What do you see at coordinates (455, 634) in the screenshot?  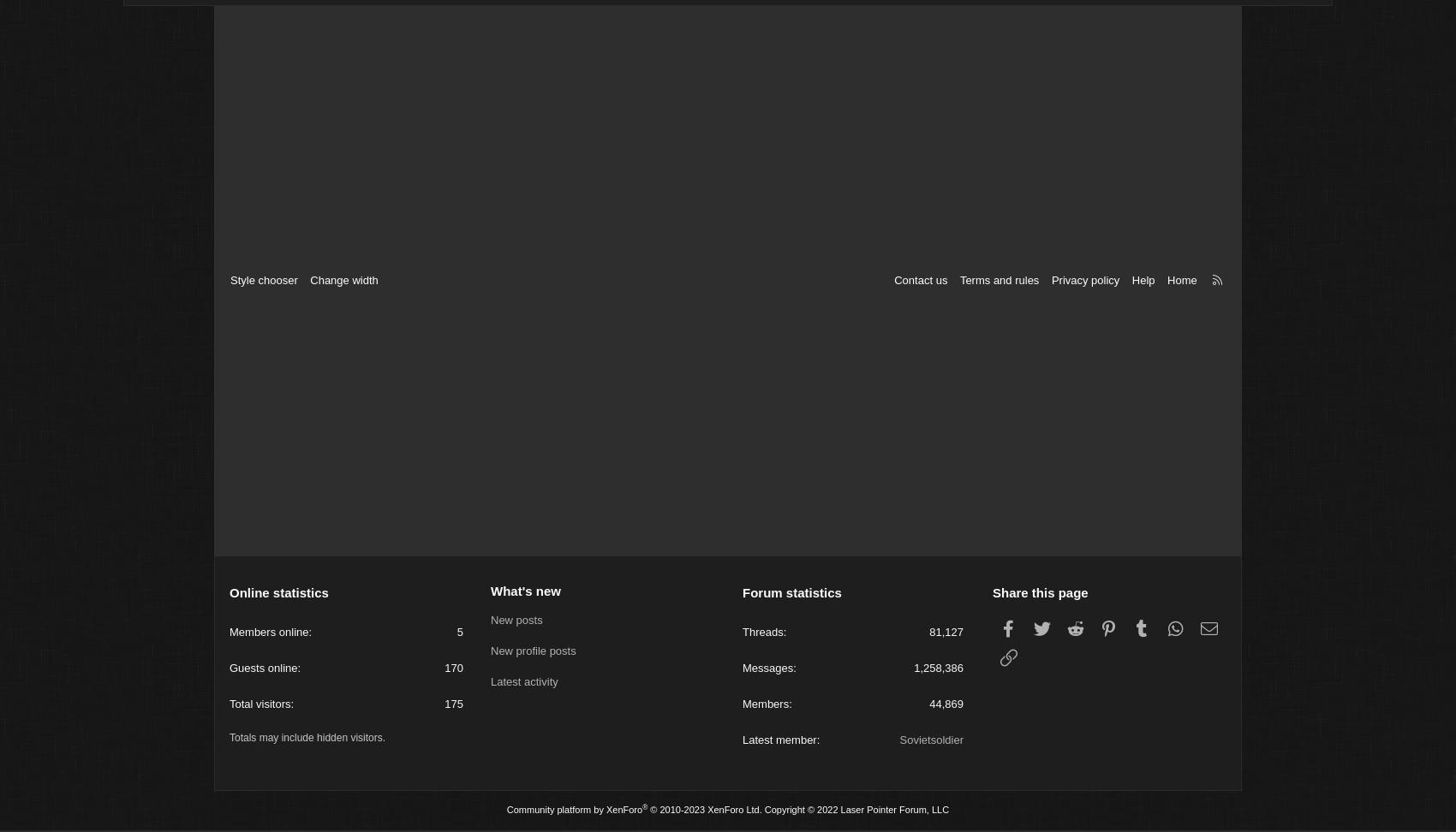 I see `'5'` at bounding box center [455, 634].